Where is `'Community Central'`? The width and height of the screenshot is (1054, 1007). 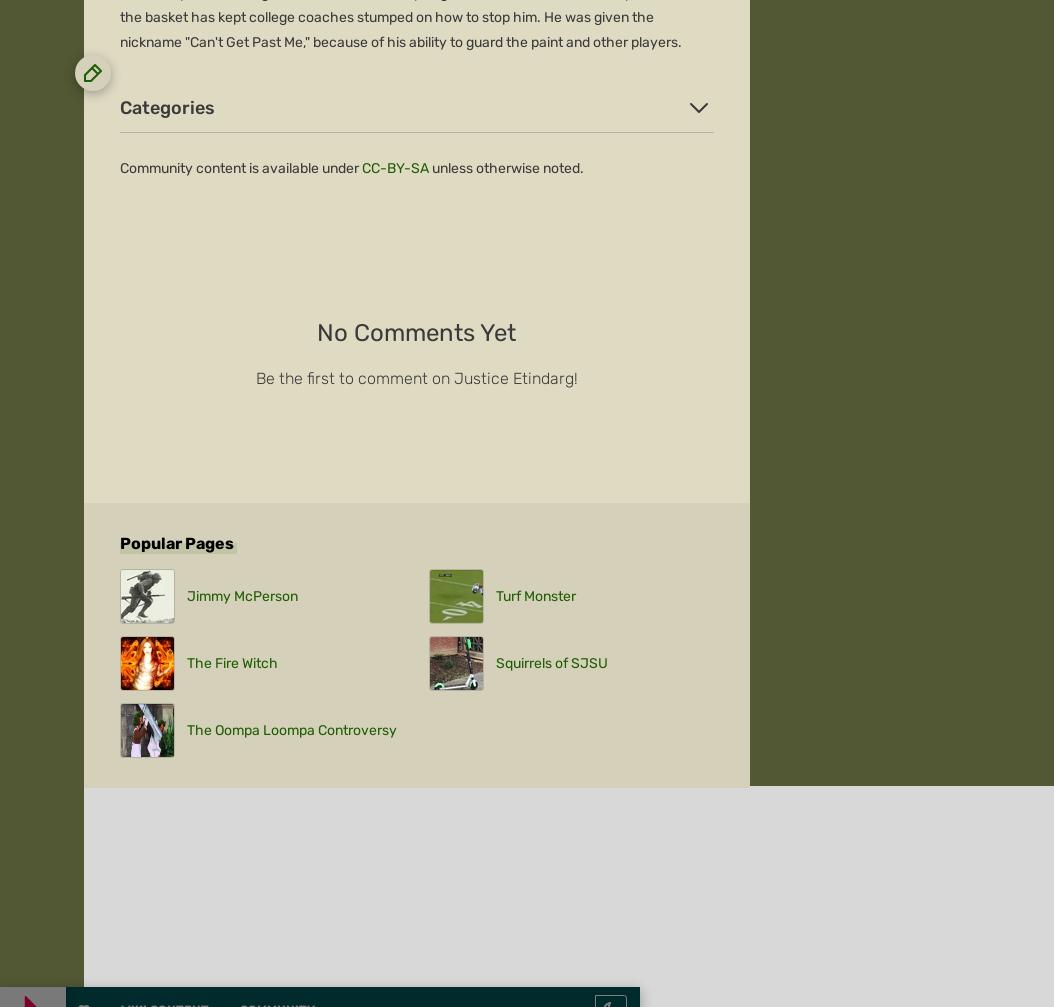 'Community Central' is located at coordinates (145, 472).